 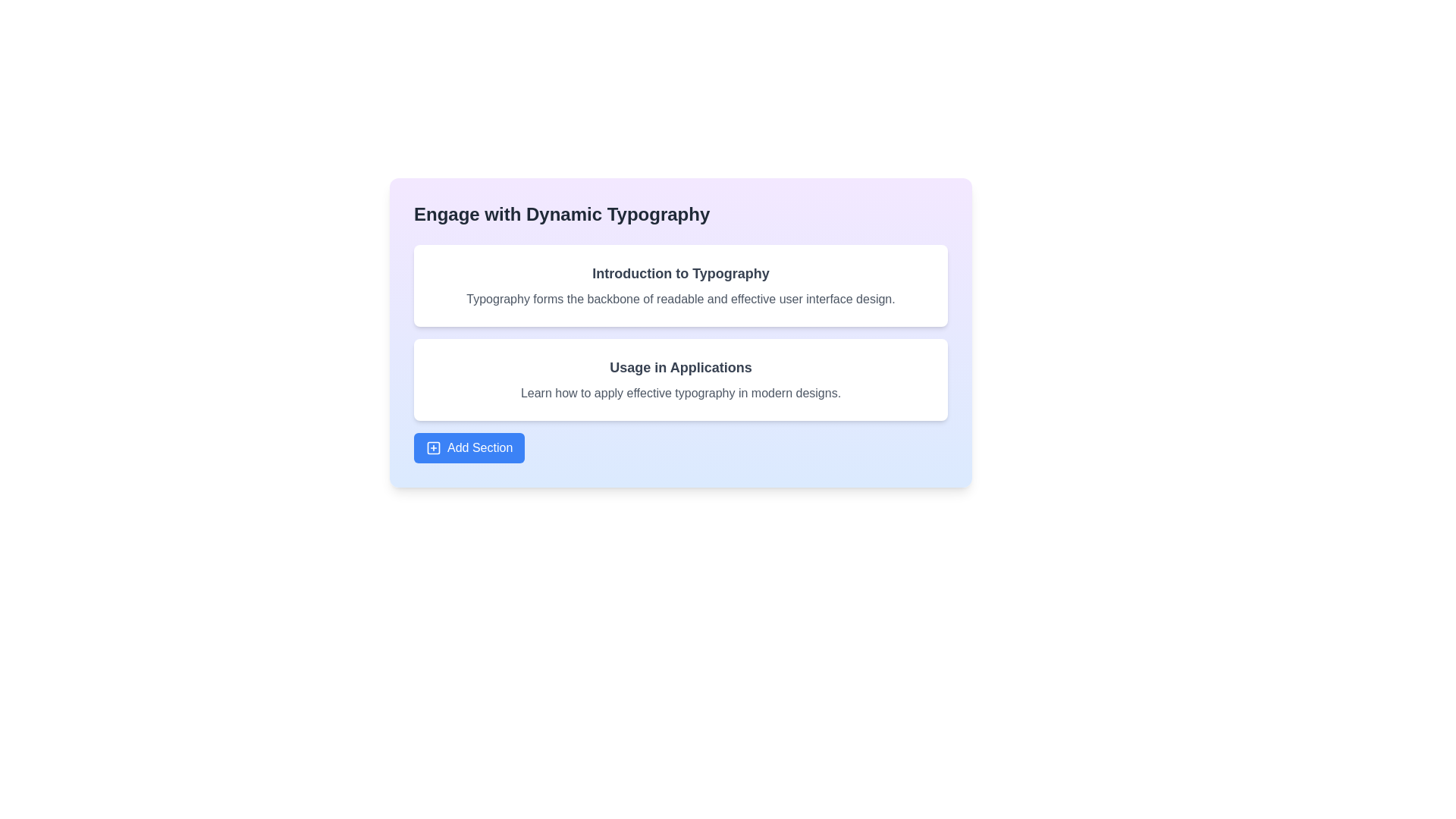 I want to click on the heading text that reads 'Introduction to Typography', so click(x=679, y=274).